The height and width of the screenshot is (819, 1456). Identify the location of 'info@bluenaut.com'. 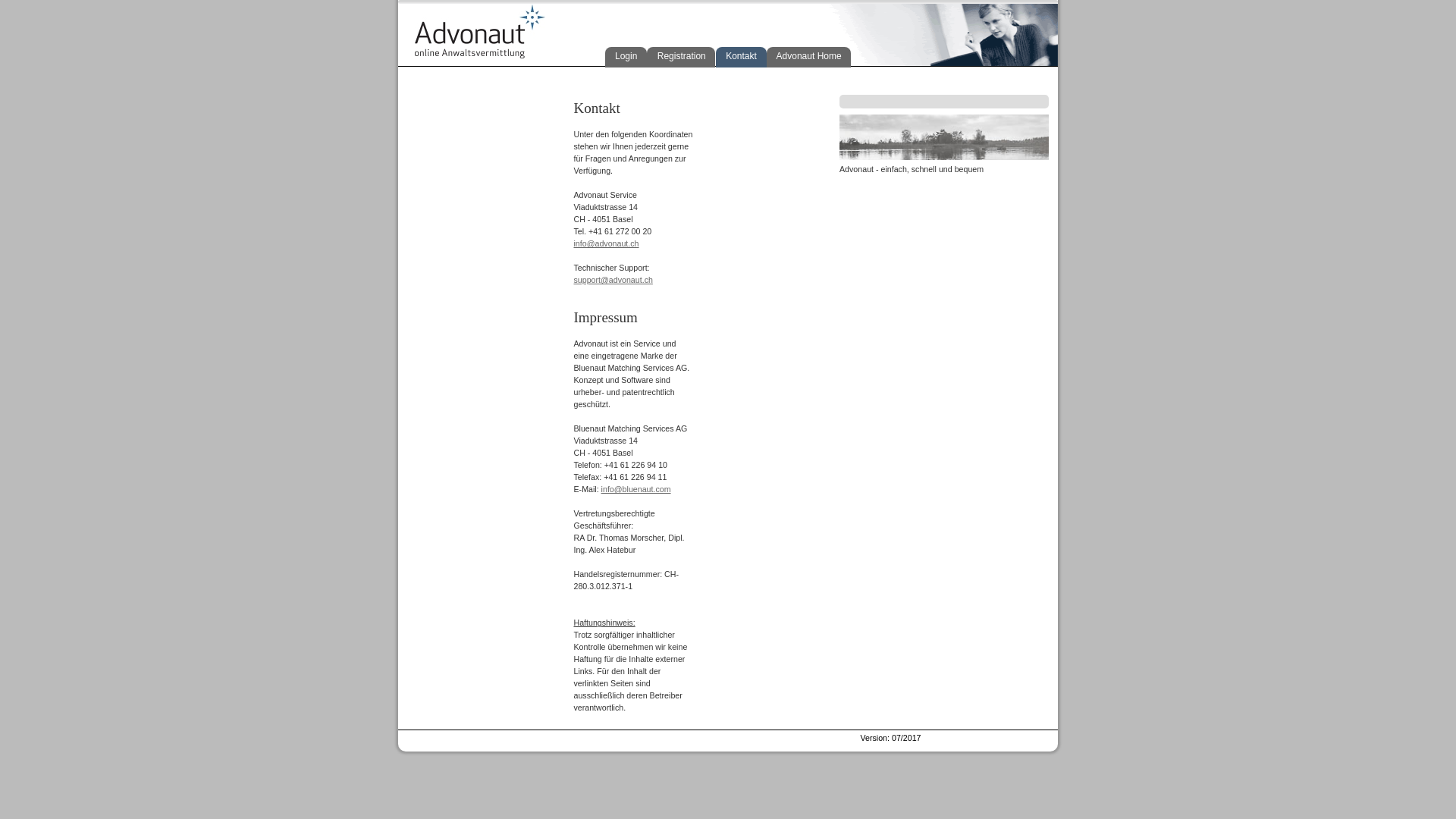
(636, 488).